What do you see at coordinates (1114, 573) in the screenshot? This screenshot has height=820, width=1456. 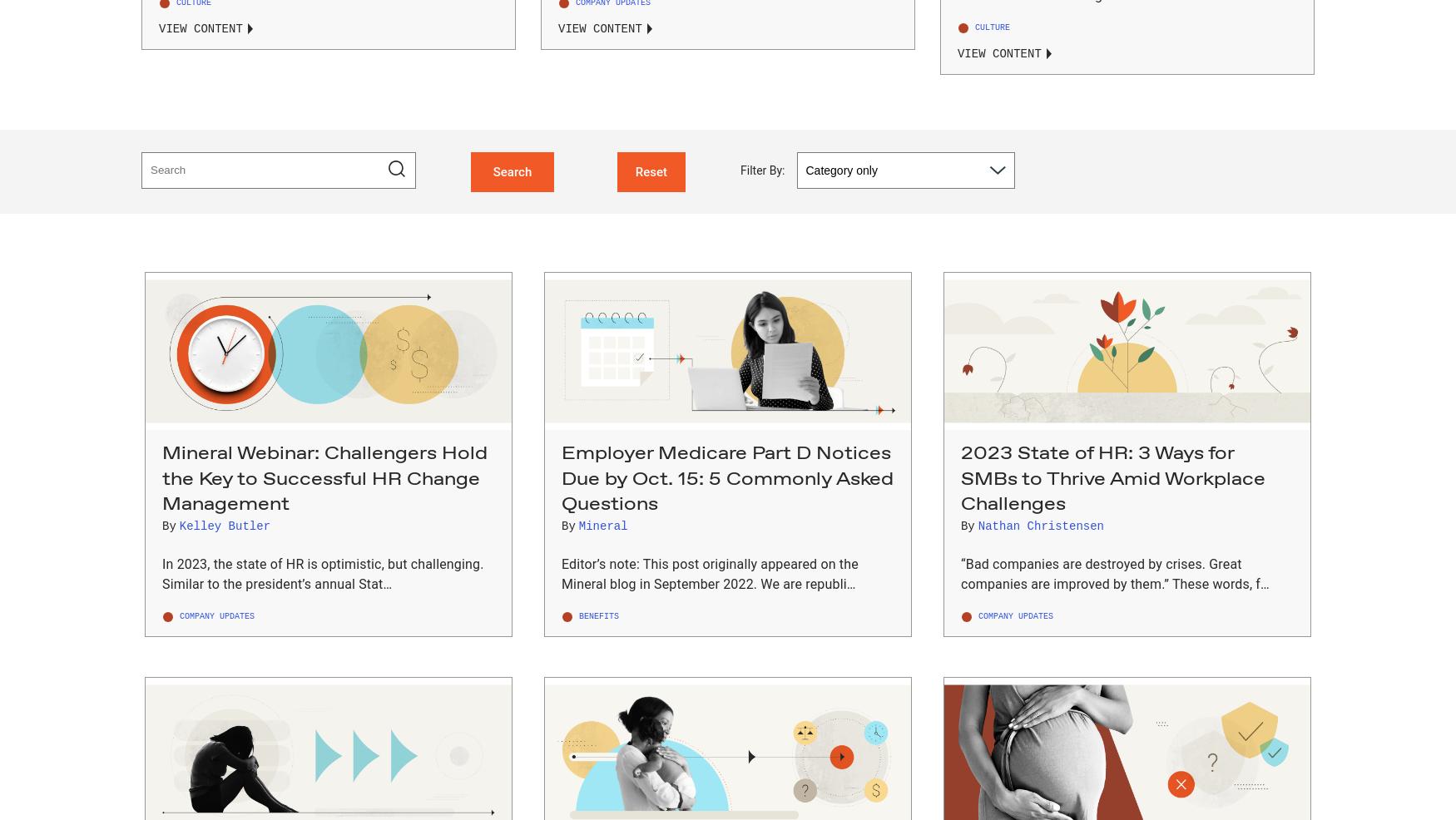 I see `'“Bad companies are destroyed by crises. Great companies are improved by them.”
These words, f…'` at bounding box center [1114, 573].